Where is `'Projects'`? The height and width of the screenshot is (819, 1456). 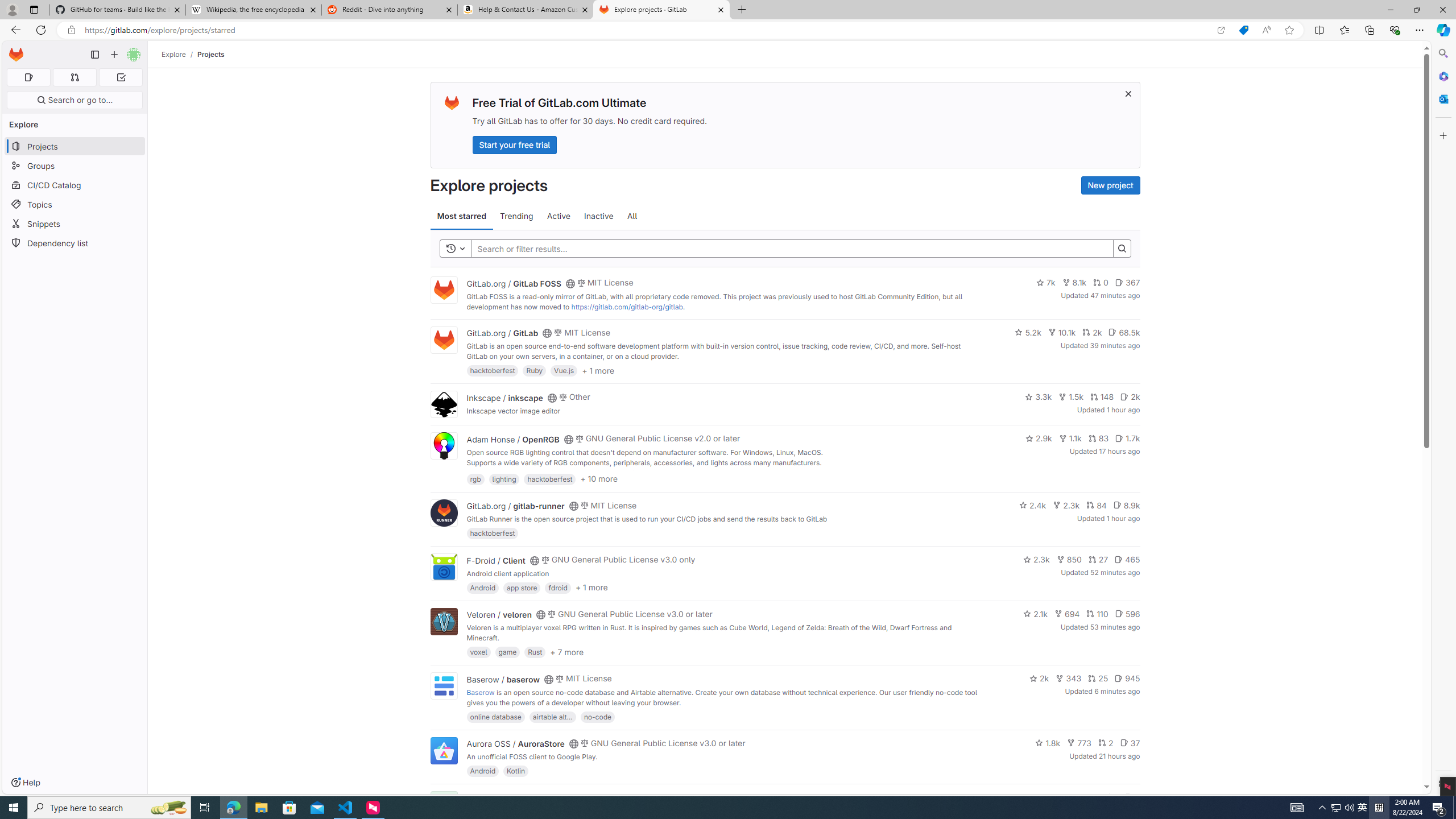 'Projects' is located at coordinates (210, 54).